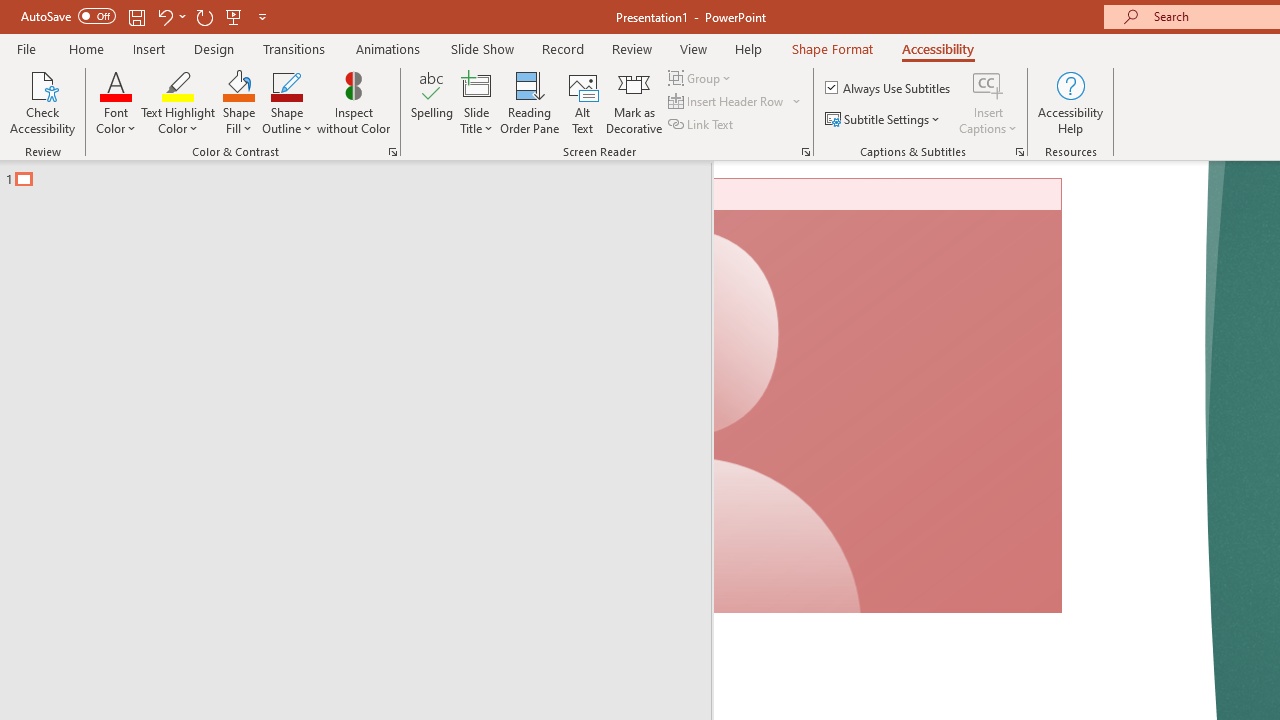  What do you see at coordinates (178, 103) in the screenshot?
I see `'Text Highlight Color'` at bounding box center [178, 103].